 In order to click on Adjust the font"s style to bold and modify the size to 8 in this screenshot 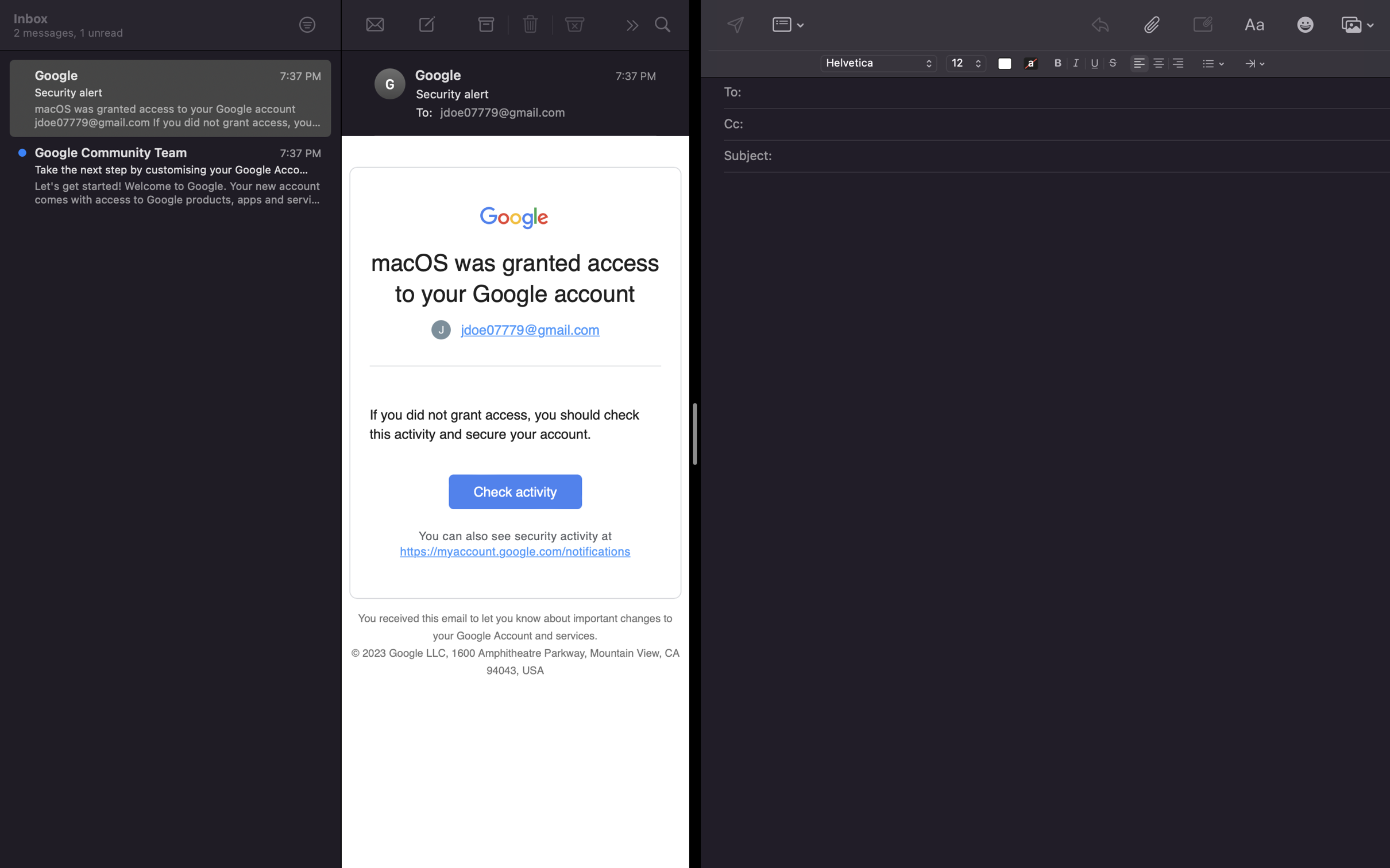, I will do `click(1058, 62)`.